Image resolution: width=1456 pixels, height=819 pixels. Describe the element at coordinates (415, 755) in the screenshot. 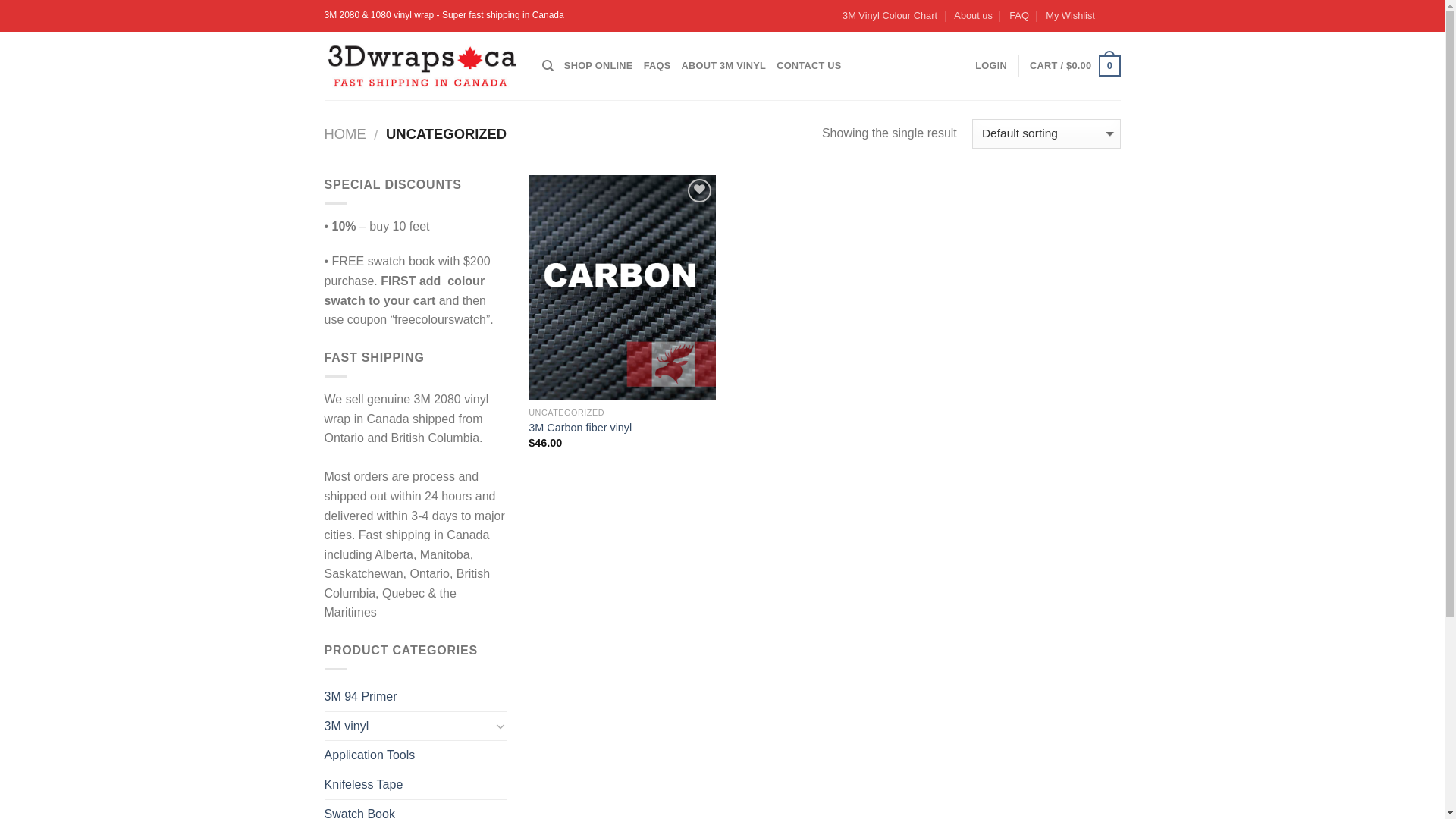

I see `'Application Tools'` at that location.